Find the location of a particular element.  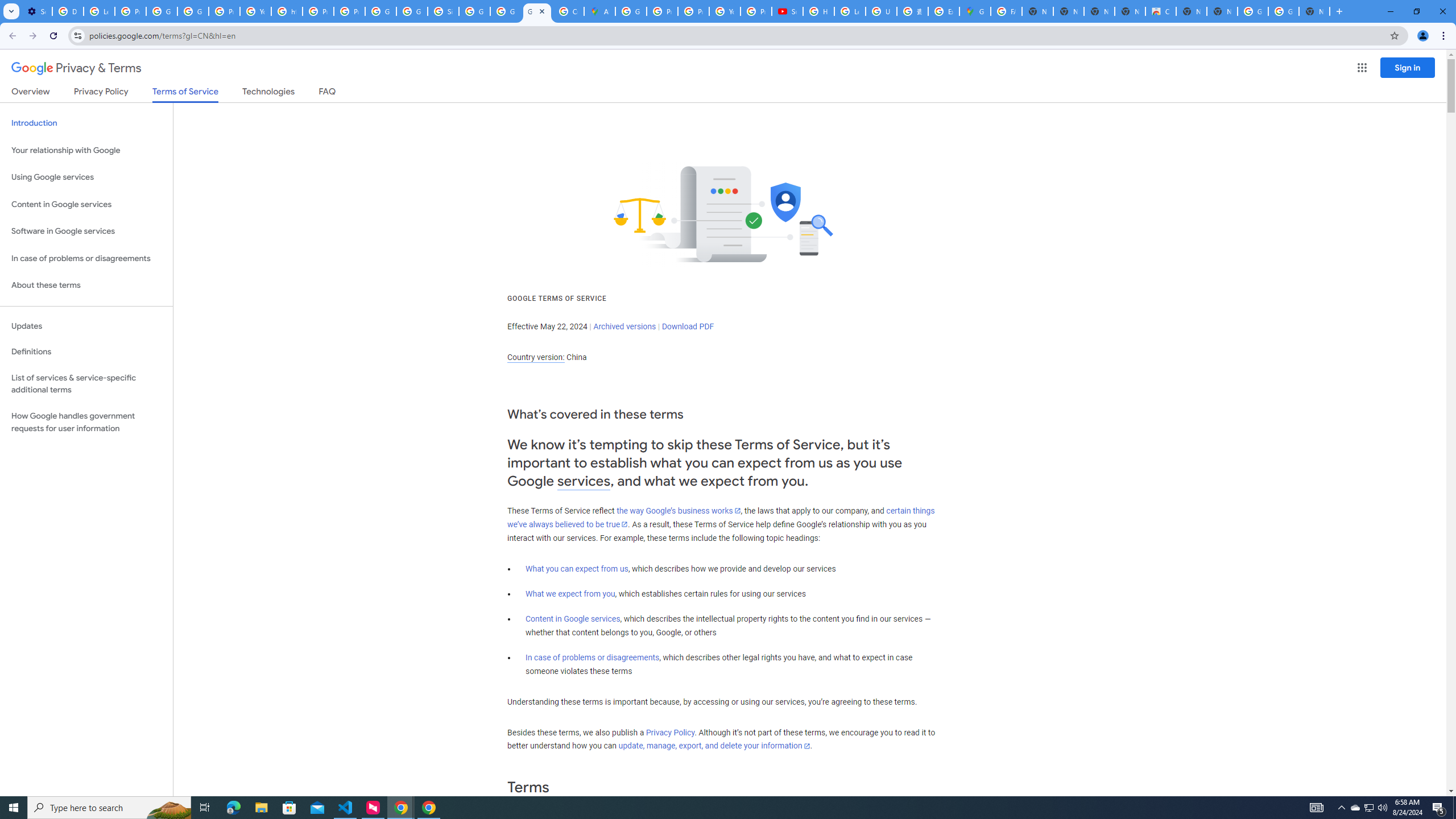

'What we expect from you' is located at coordinates (570, 593).